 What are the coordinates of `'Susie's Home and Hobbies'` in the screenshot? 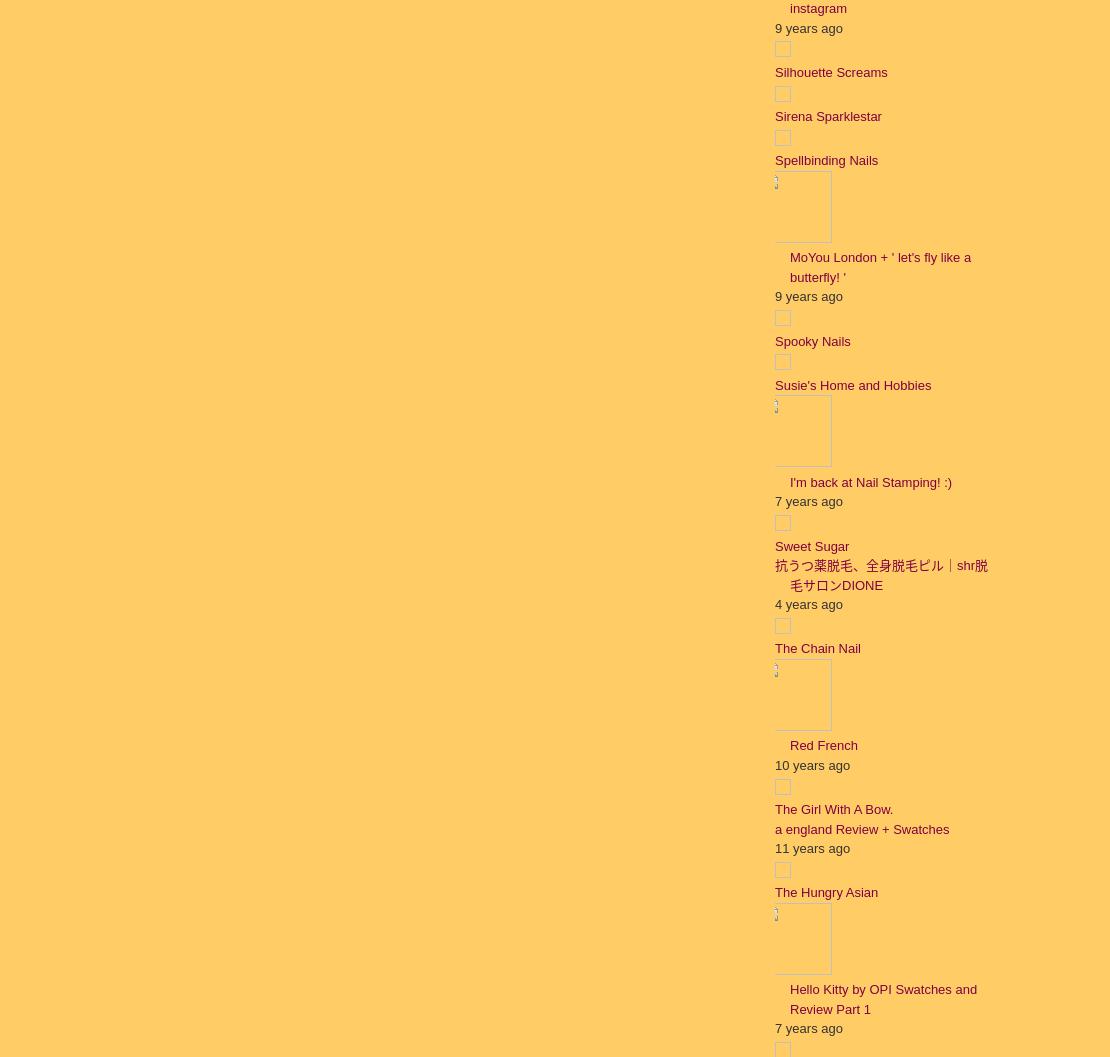 It's located at (852, 383).